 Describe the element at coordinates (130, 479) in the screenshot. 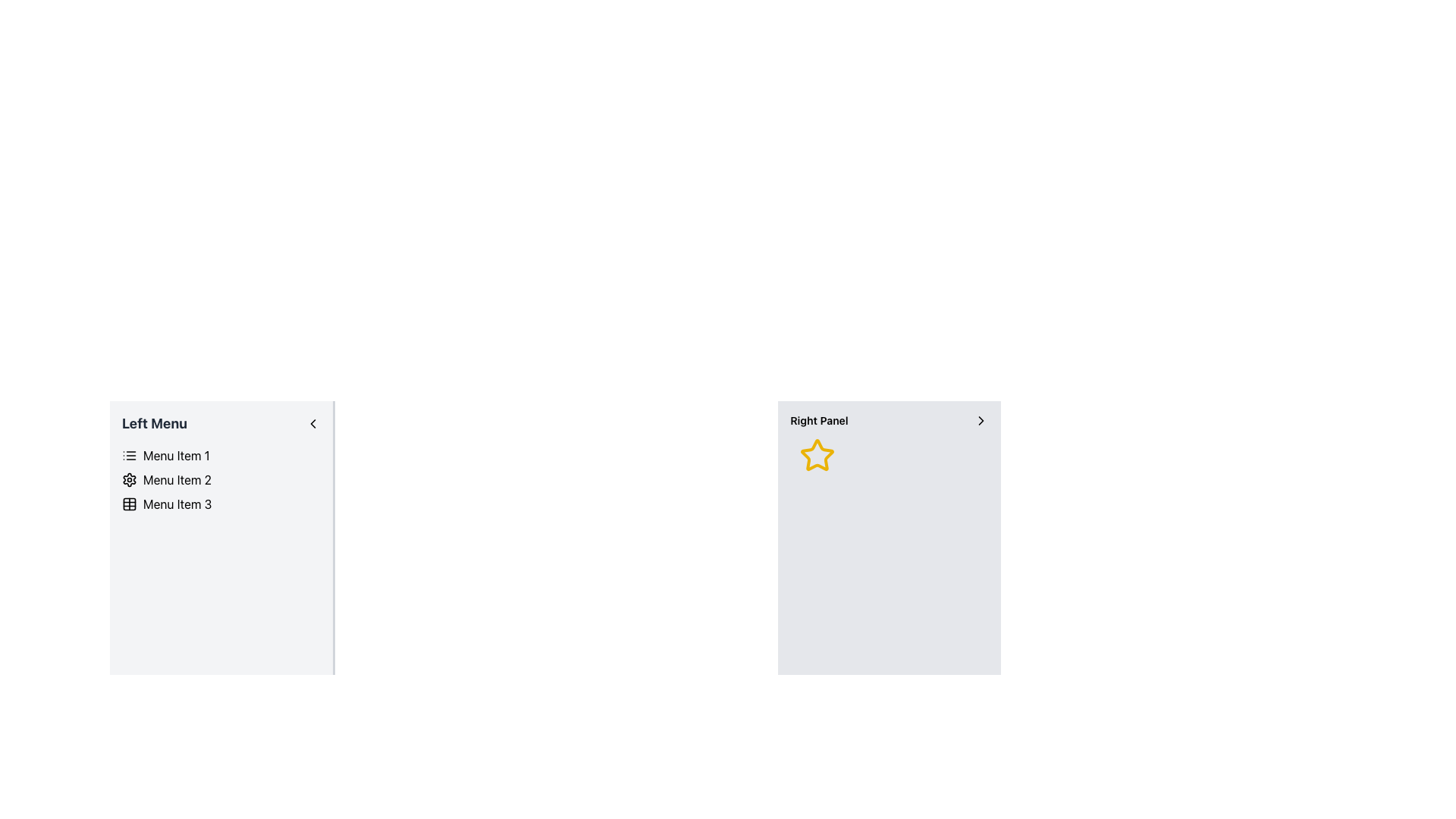

I see `the circular cogwheel icon with a black outline, located in the left panel next to 'Menu Item 2'` at that location.